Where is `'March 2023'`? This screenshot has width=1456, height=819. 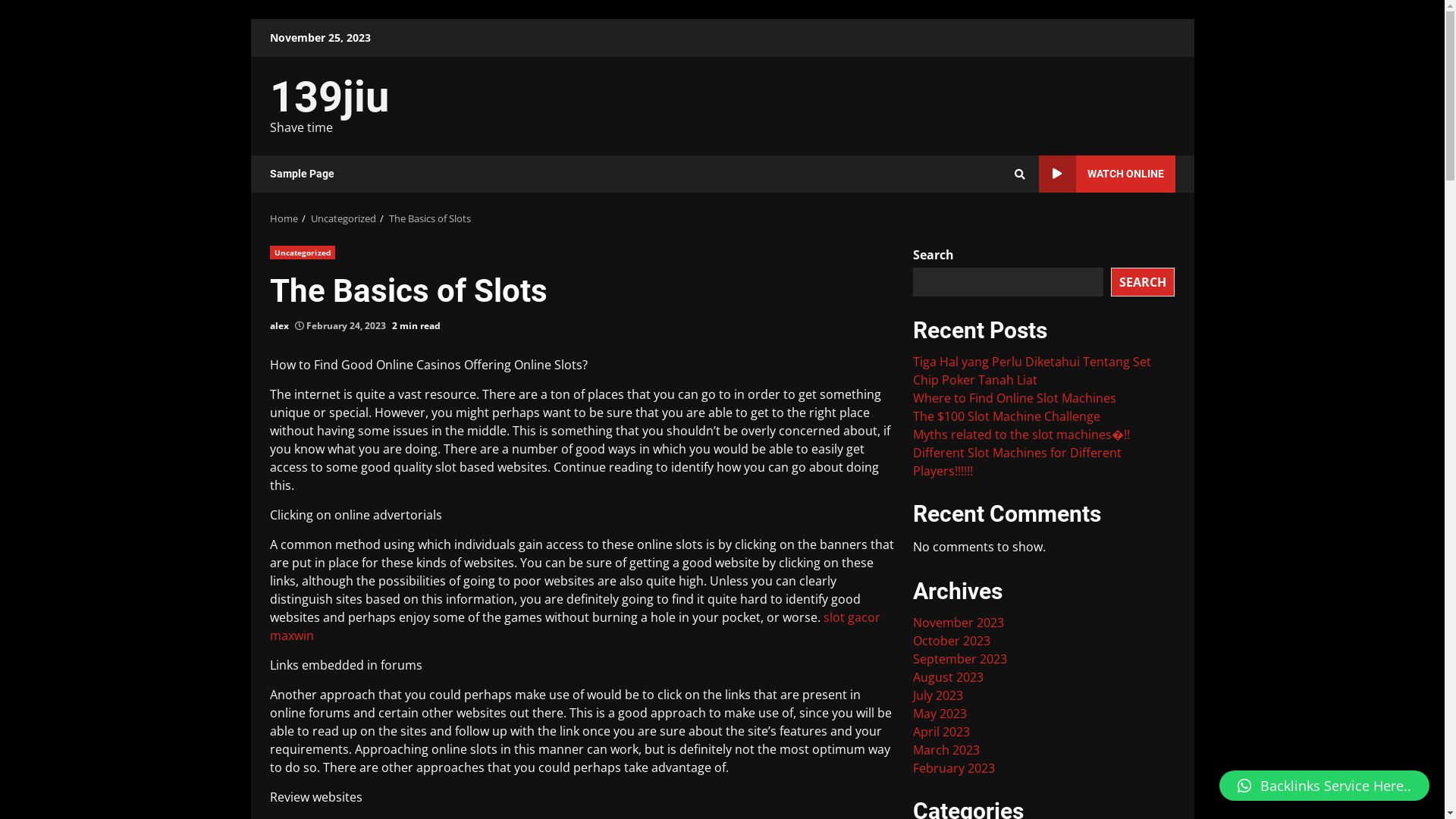
'March 2023' is located at coordinates (946, 748).